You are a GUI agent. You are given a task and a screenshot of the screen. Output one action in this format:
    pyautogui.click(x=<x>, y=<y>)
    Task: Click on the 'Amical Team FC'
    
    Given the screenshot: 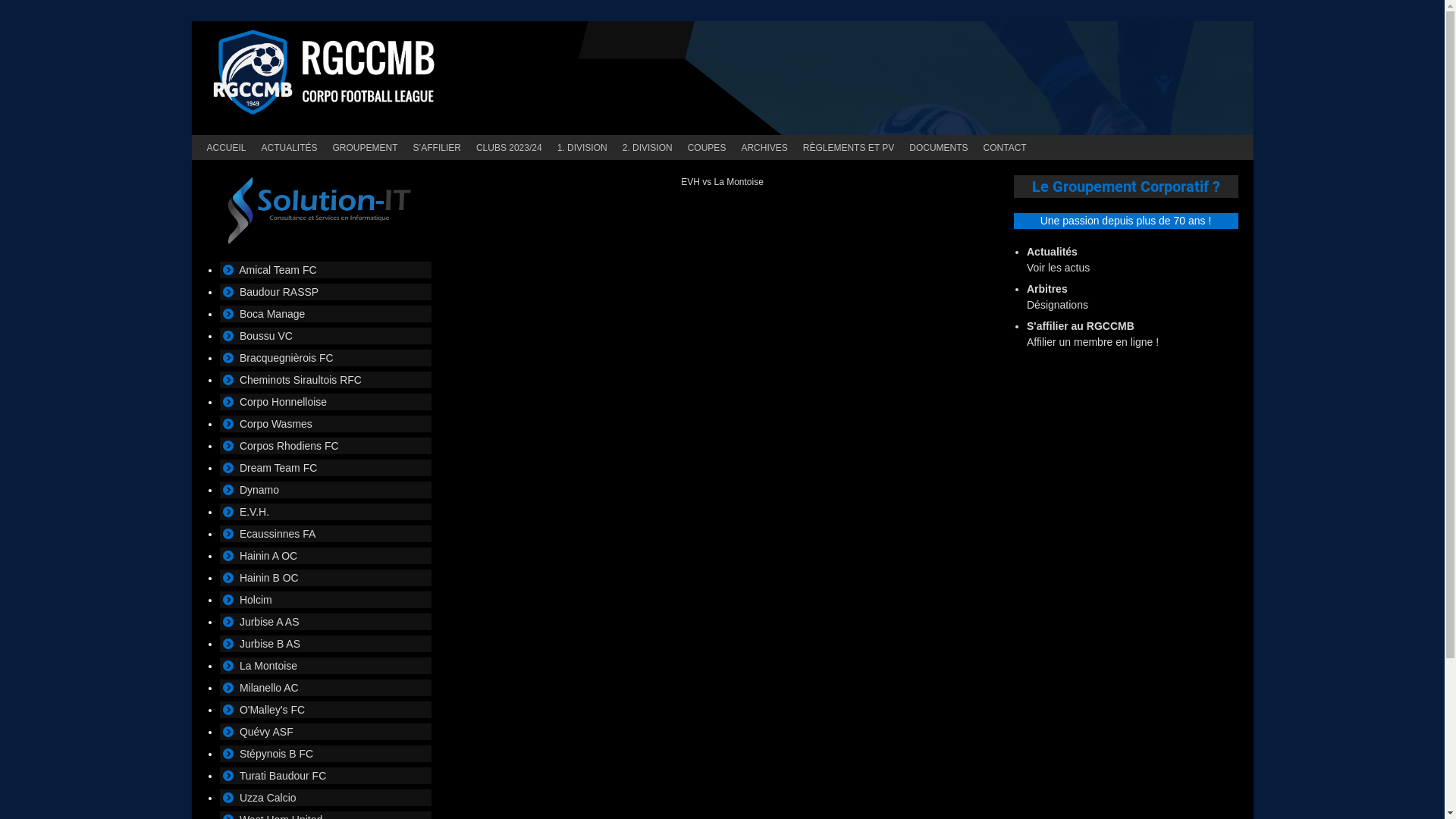 What is the action you would take?
    pyautogui.click(x=277, y=268)
    